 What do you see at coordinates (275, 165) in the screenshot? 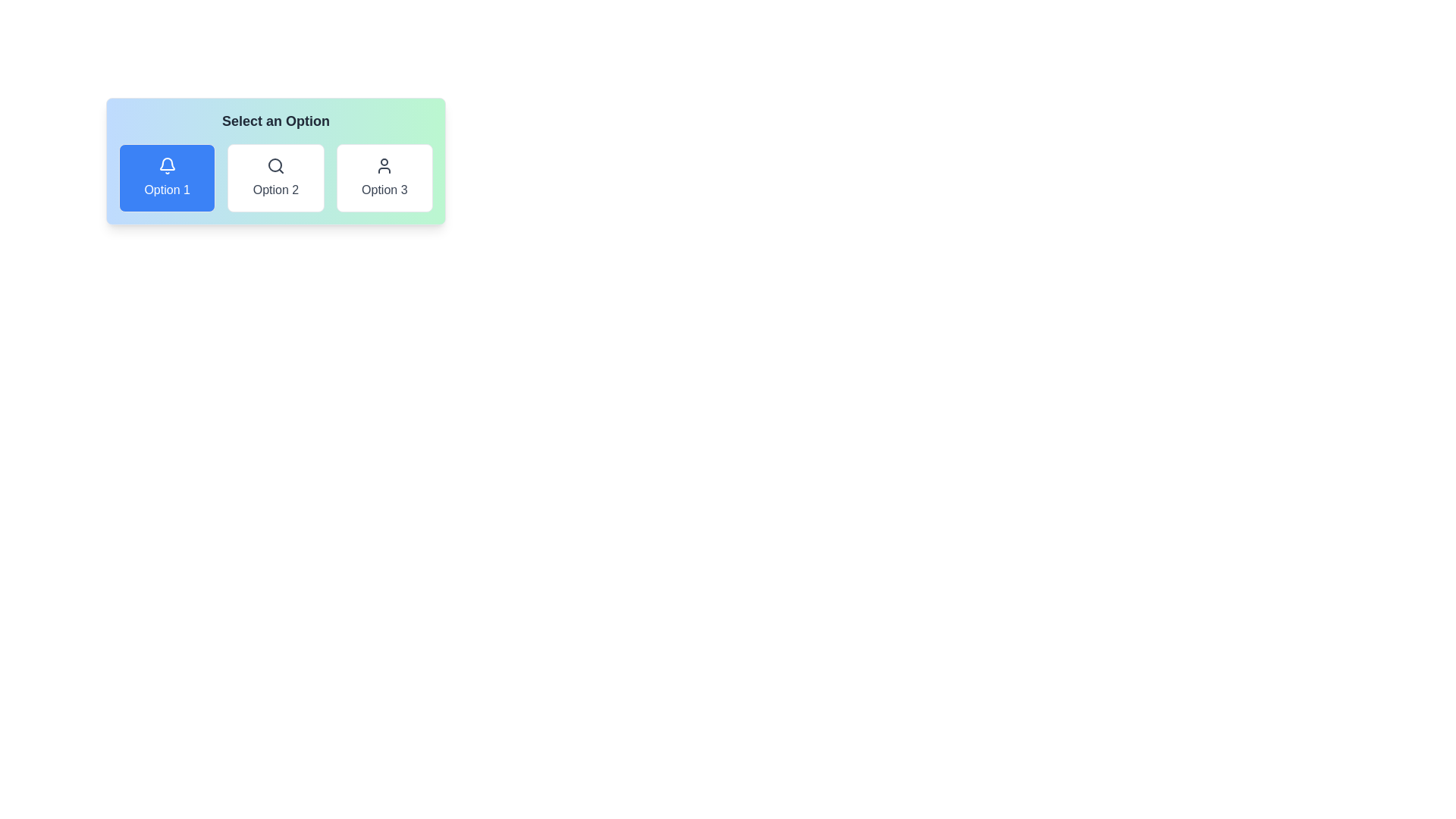
I see `the SVG Circle located in the center of the magnifying glass icon, which is the second option in the 'Select an Option' menu positioned in the upper-central region of the interface` at bounding box center [275, 165].